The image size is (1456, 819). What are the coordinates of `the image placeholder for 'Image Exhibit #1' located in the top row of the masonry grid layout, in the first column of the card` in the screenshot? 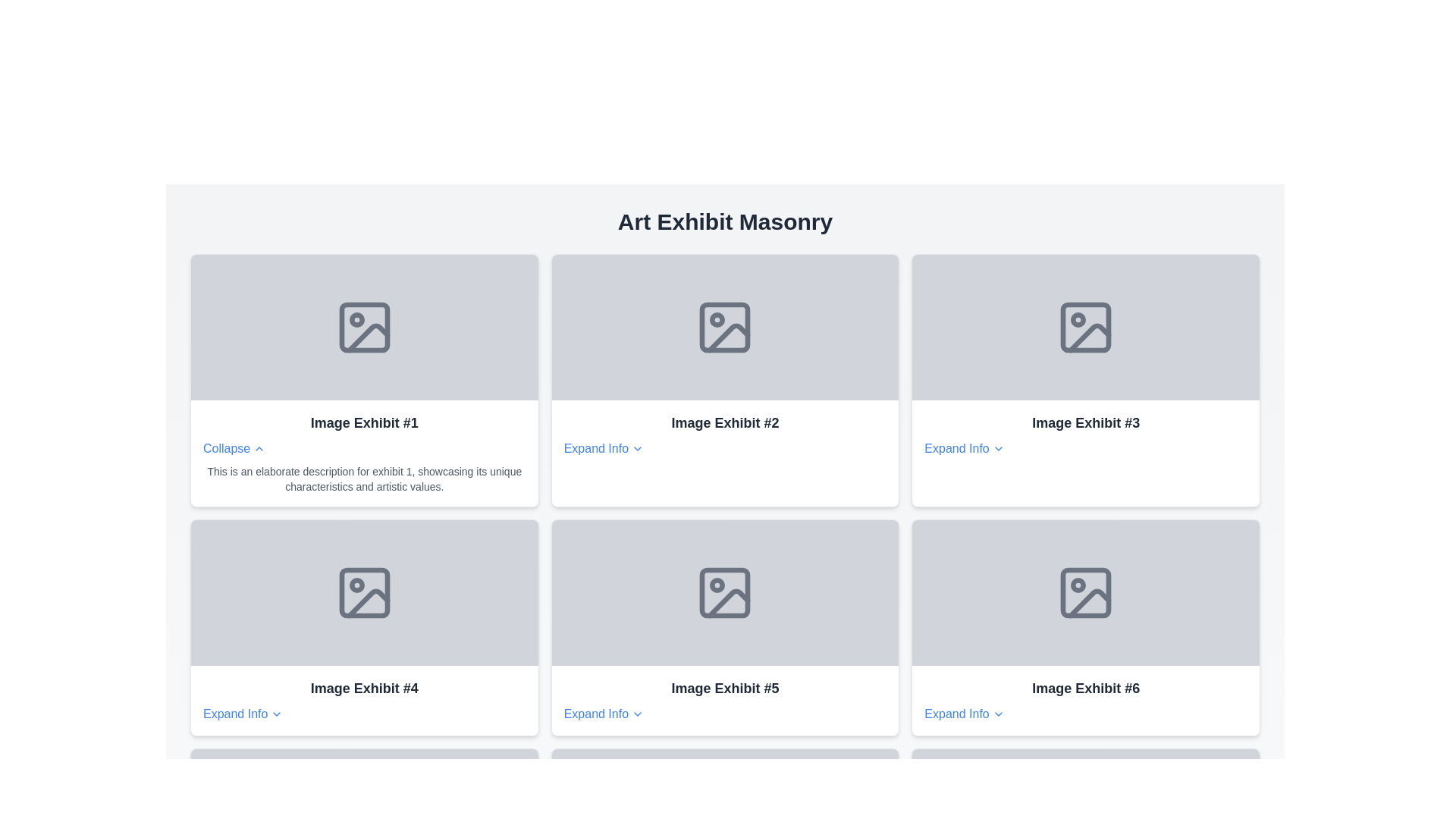 It's located at (364, 327).